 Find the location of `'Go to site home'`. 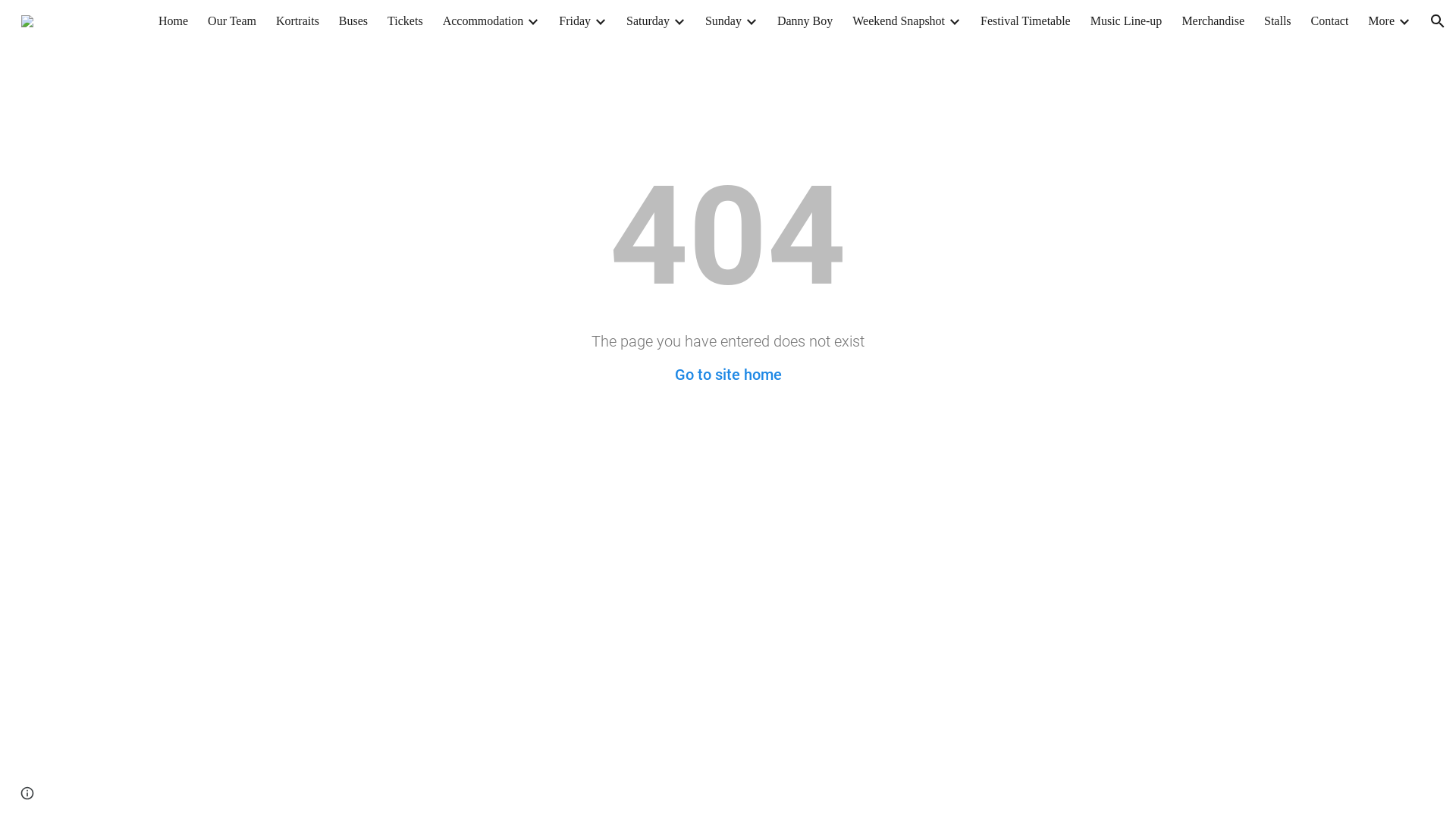

'Go to site home' is located at coordinates (673, 374).